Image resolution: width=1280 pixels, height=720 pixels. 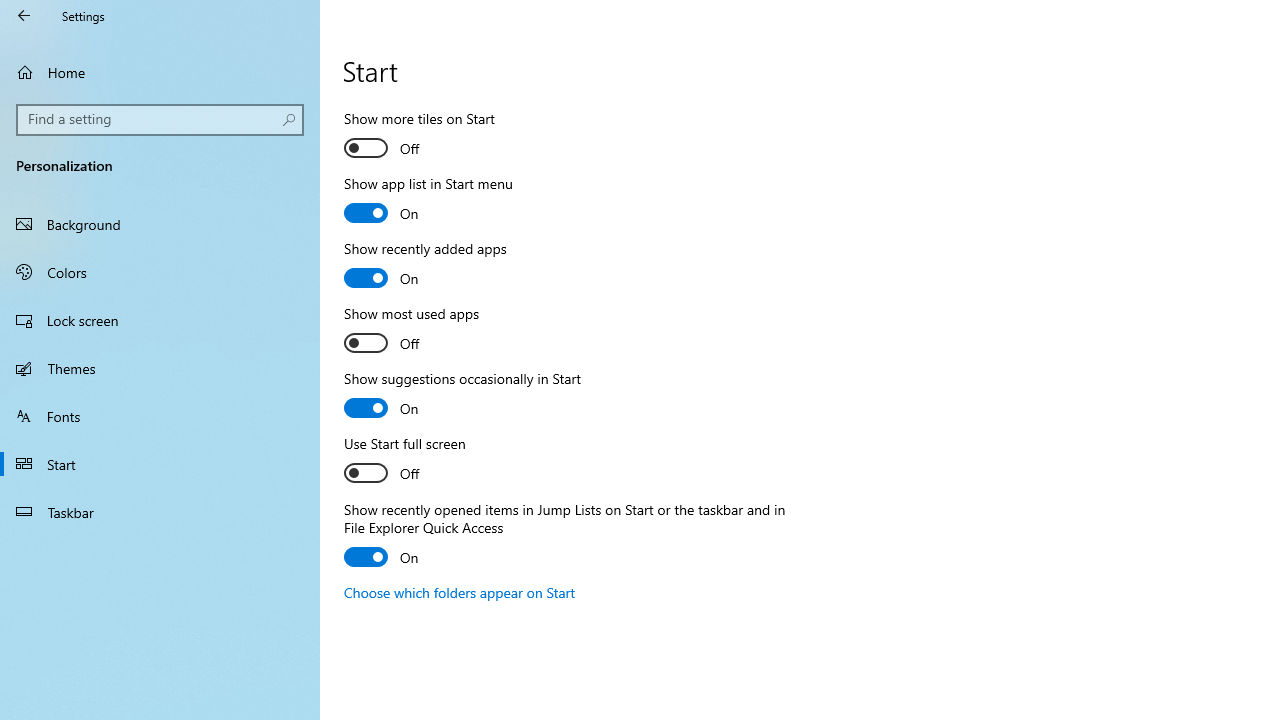 I want to click on 'Taskbar', so click(x=160, y=510).